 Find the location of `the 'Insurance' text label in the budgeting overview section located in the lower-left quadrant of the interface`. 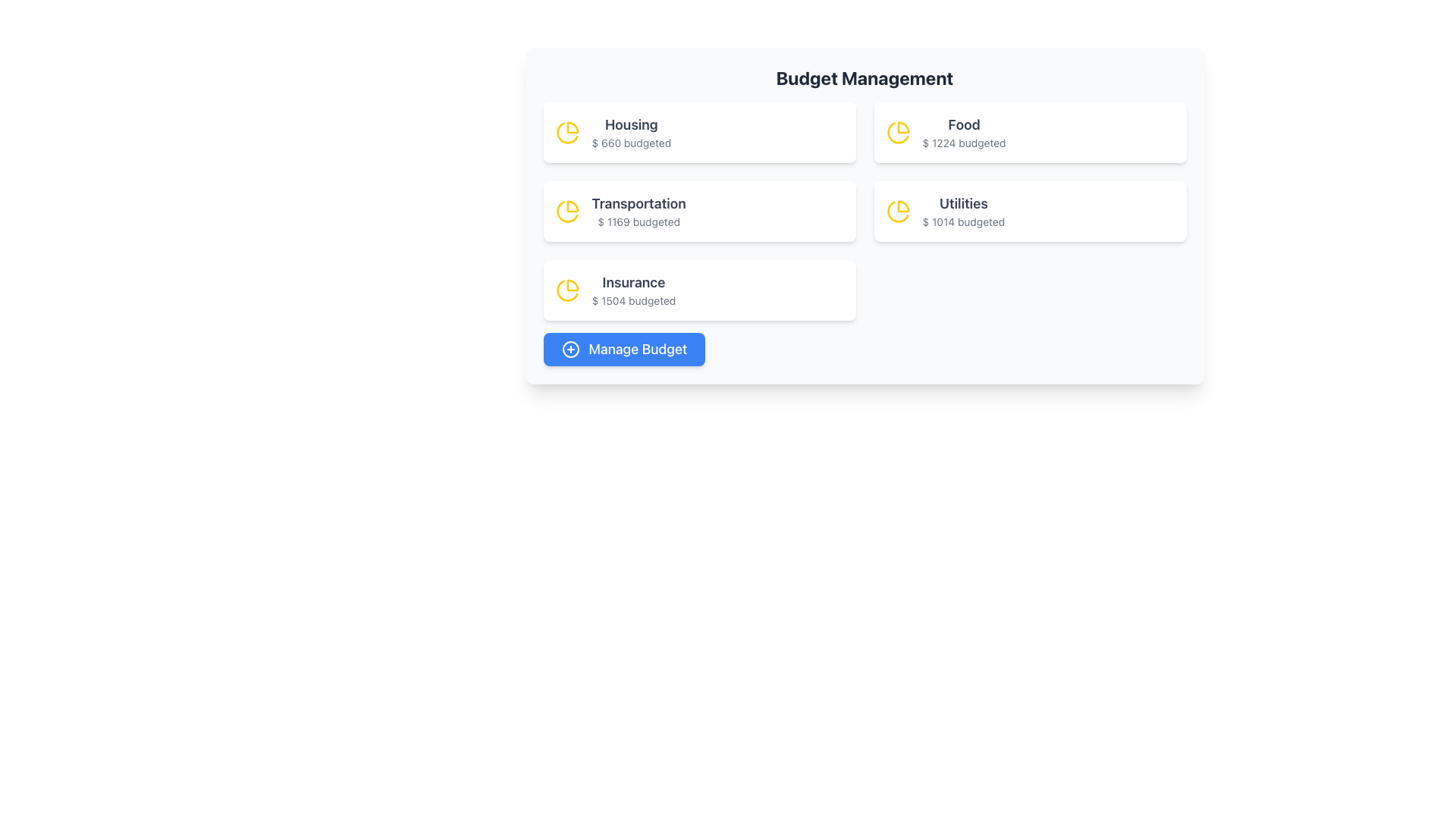

the 'Insurance' text label in the budgeting overview section located in the lower-left quadrant of the interface is located at coordinates (633, 283).